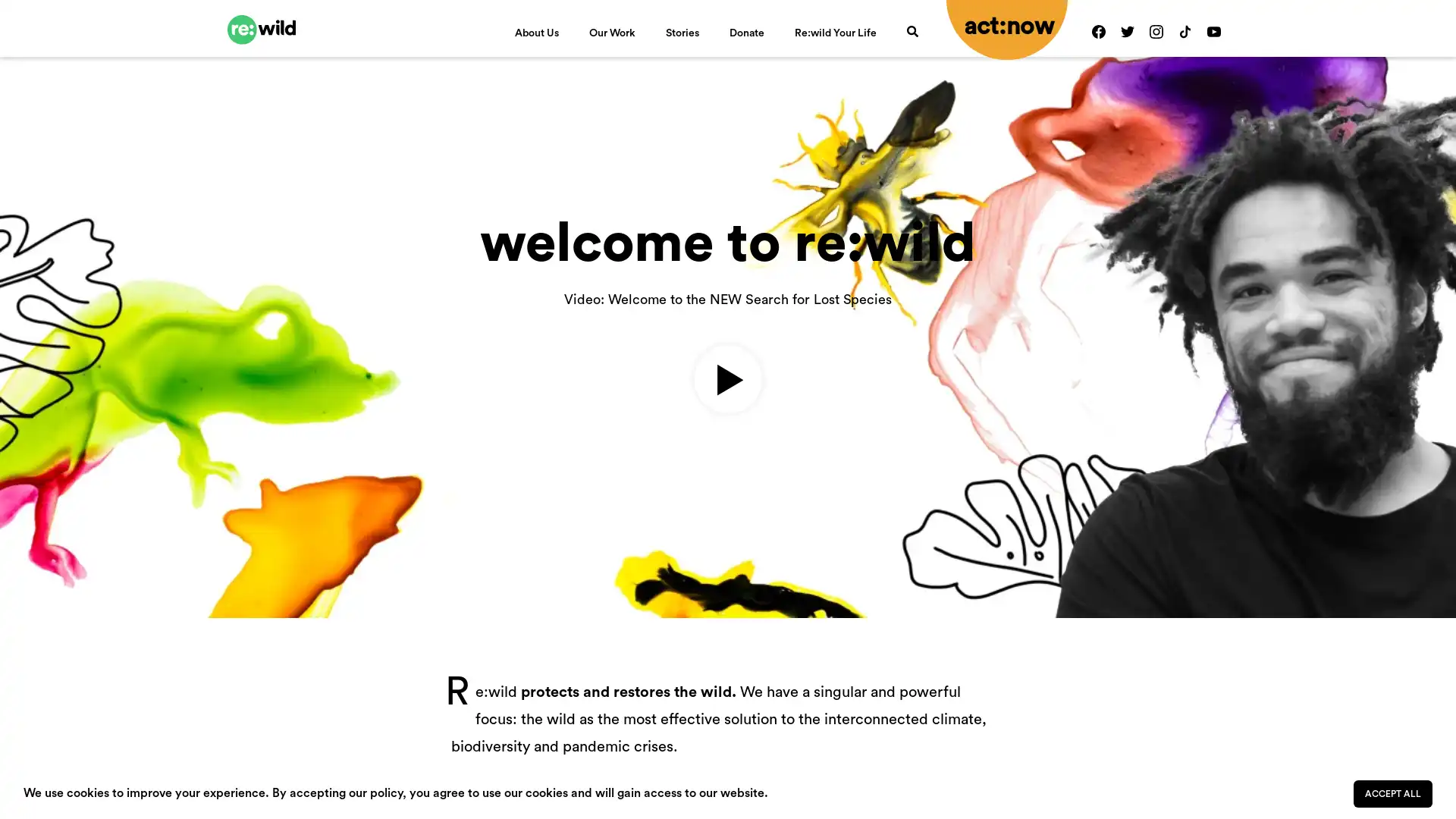  Describe the element at coordinates (36, 513) in the screenshot. I see `play` at that location.